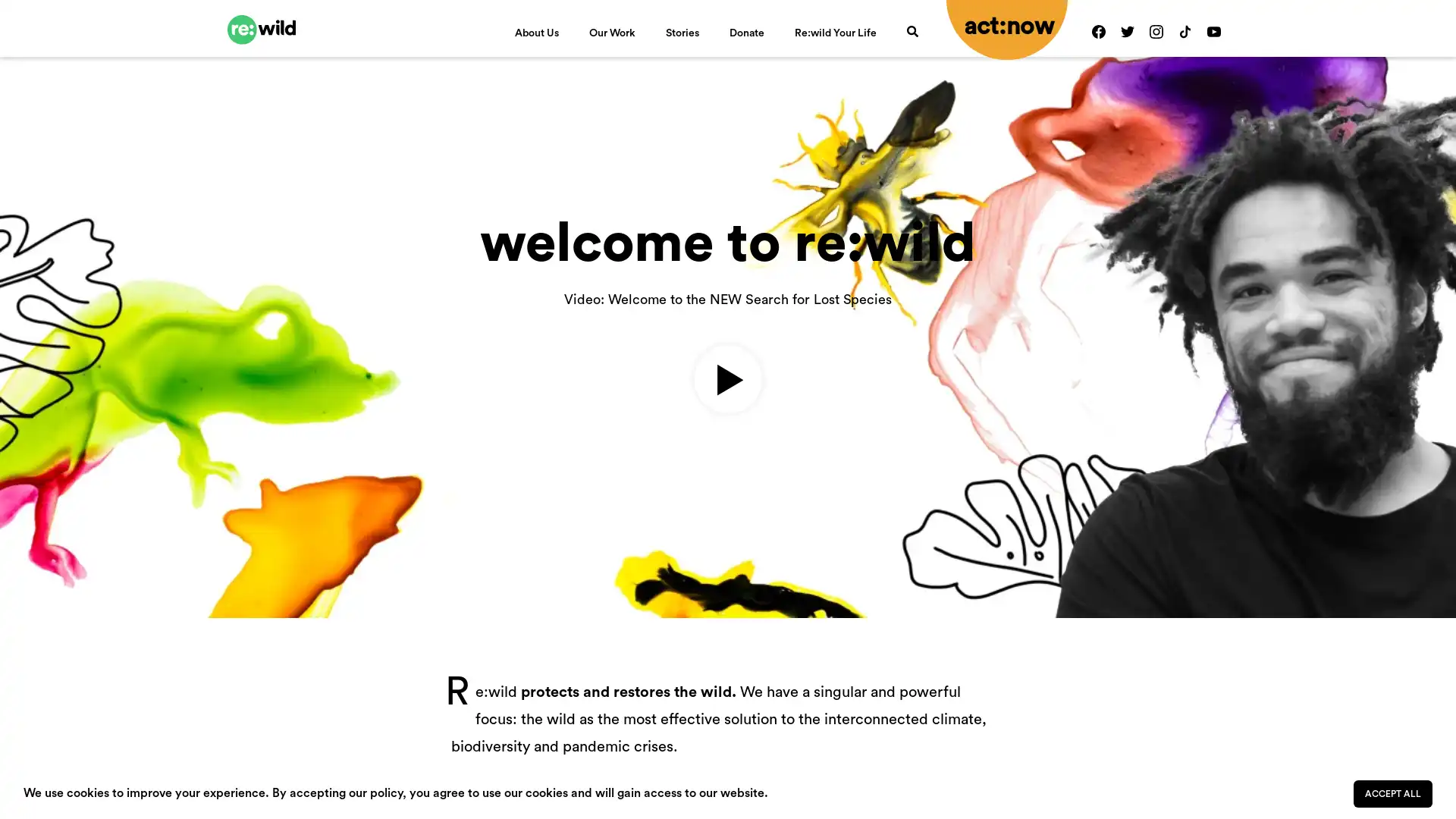  Describe the element at coordinates (36, 513) in the screenshot. I see `play` at that location.